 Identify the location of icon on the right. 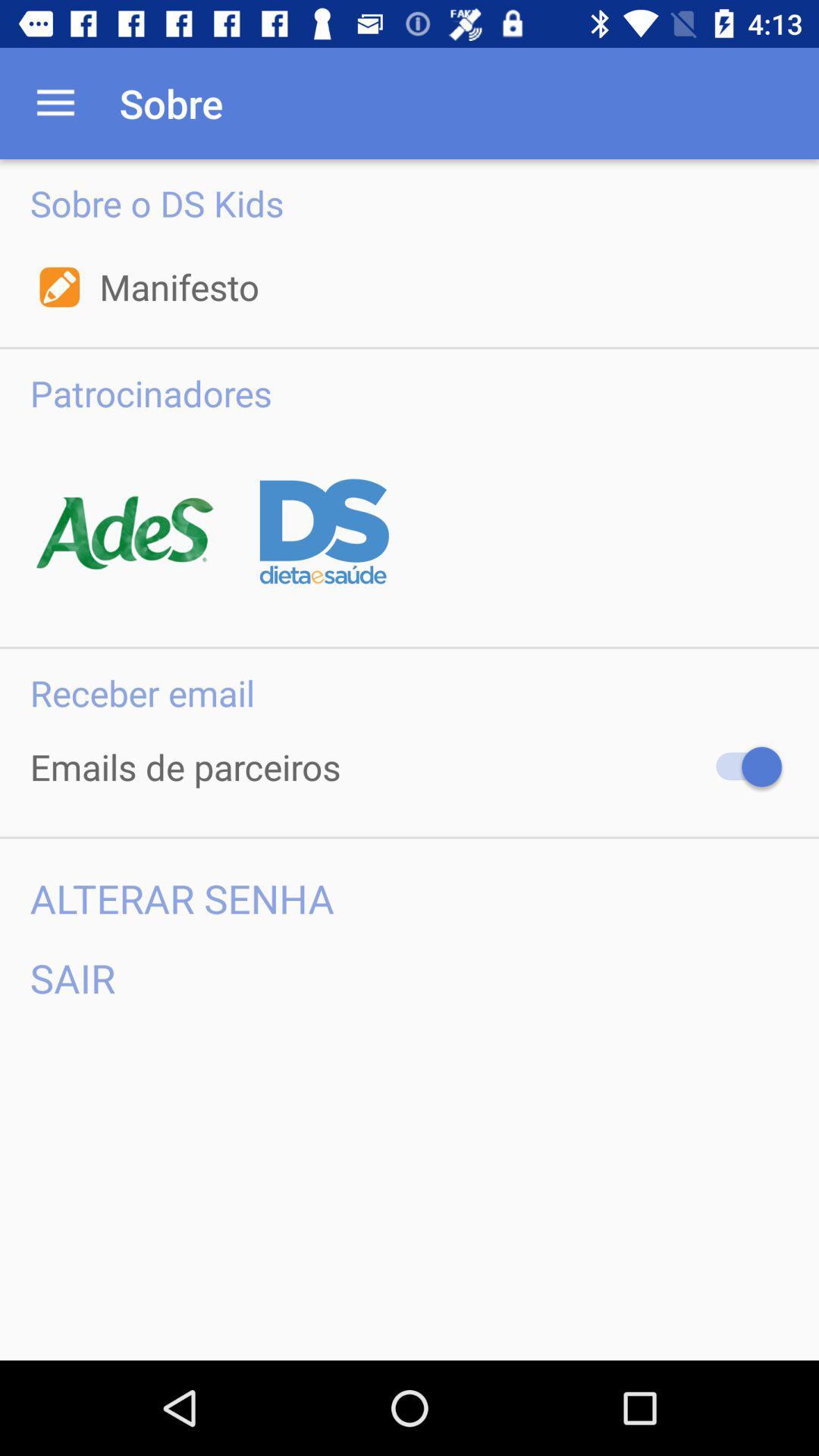
(741, 767).